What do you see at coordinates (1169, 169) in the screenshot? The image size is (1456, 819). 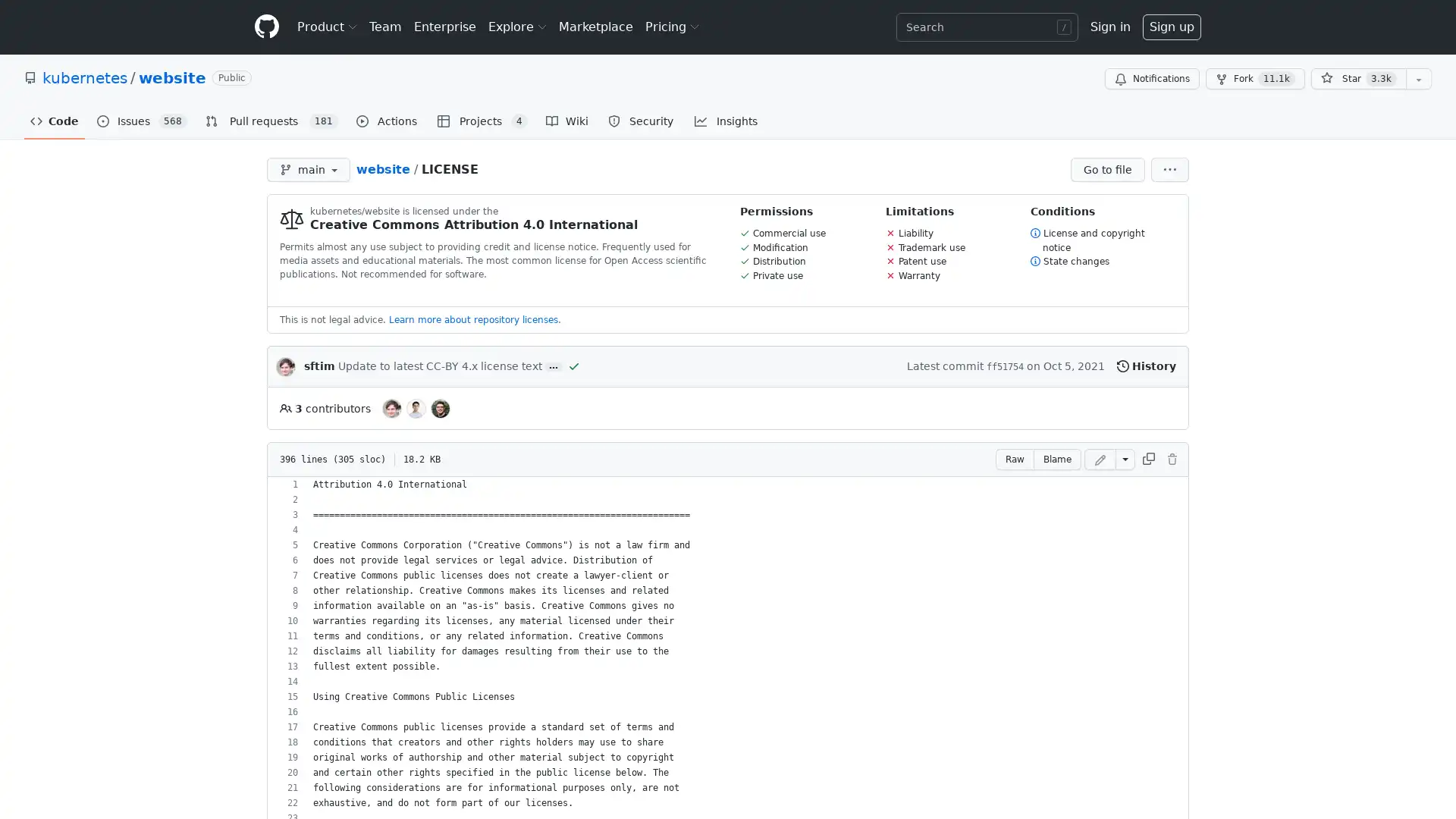 I see `More options` at bounding box center [1169, 169].